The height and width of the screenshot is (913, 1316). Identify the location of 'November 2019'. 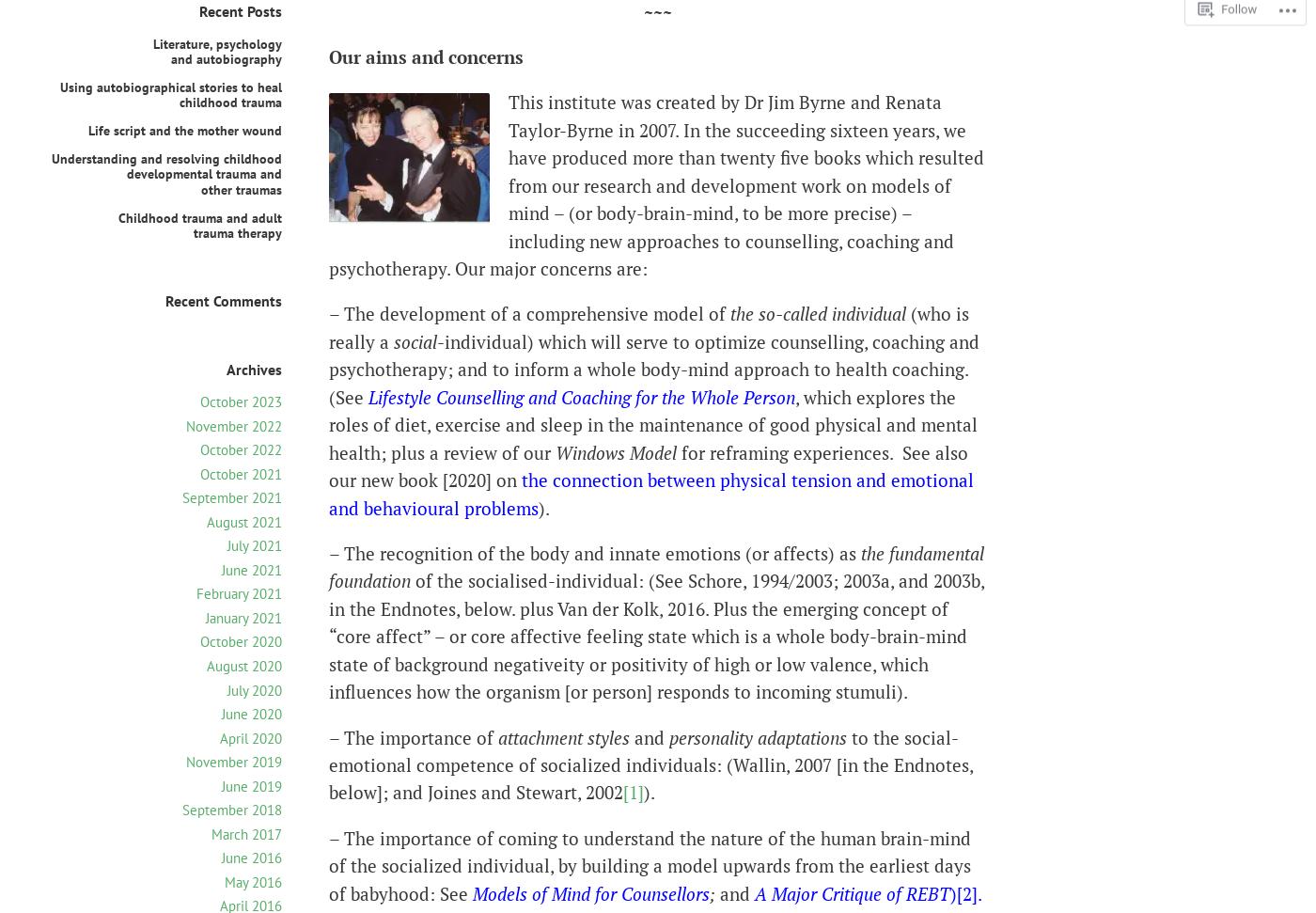
(234, 761).